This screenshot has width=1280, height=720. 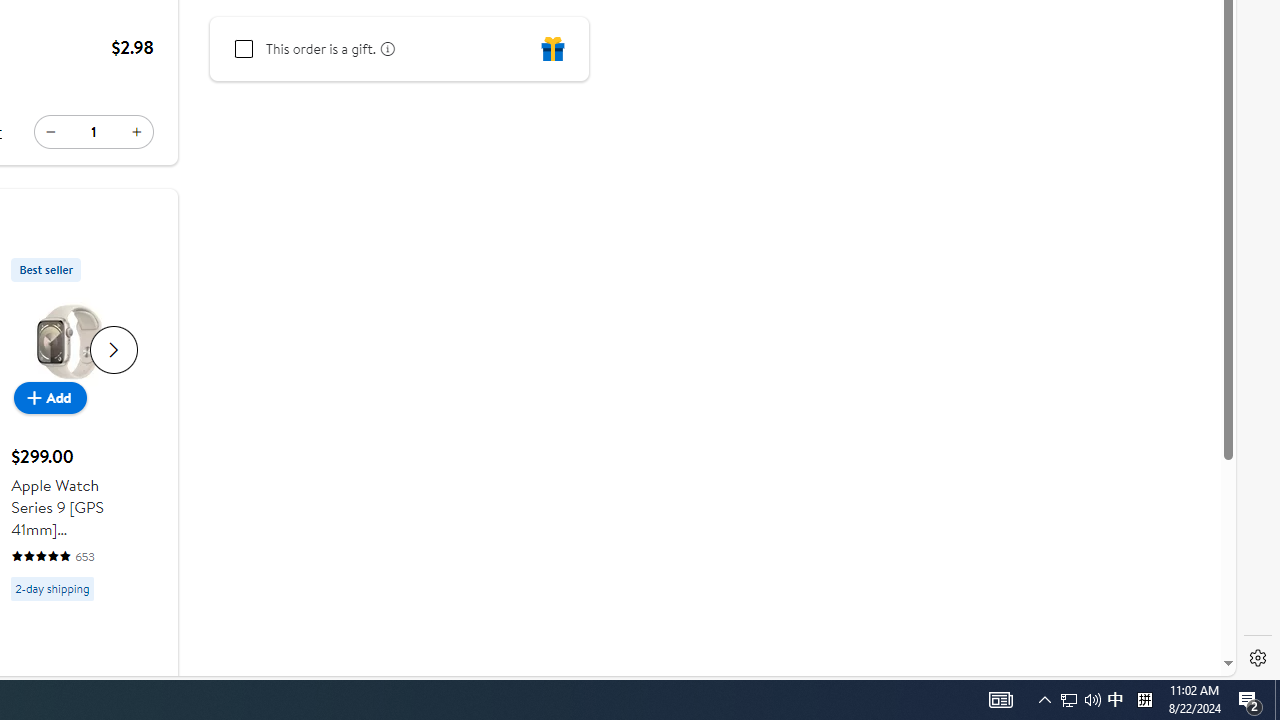 What do you see at coordinates (112, 348) in the screenshot?
I see `'Next slide for horizontalScrollerRecommendations list'` at bounding box center [112, 348].